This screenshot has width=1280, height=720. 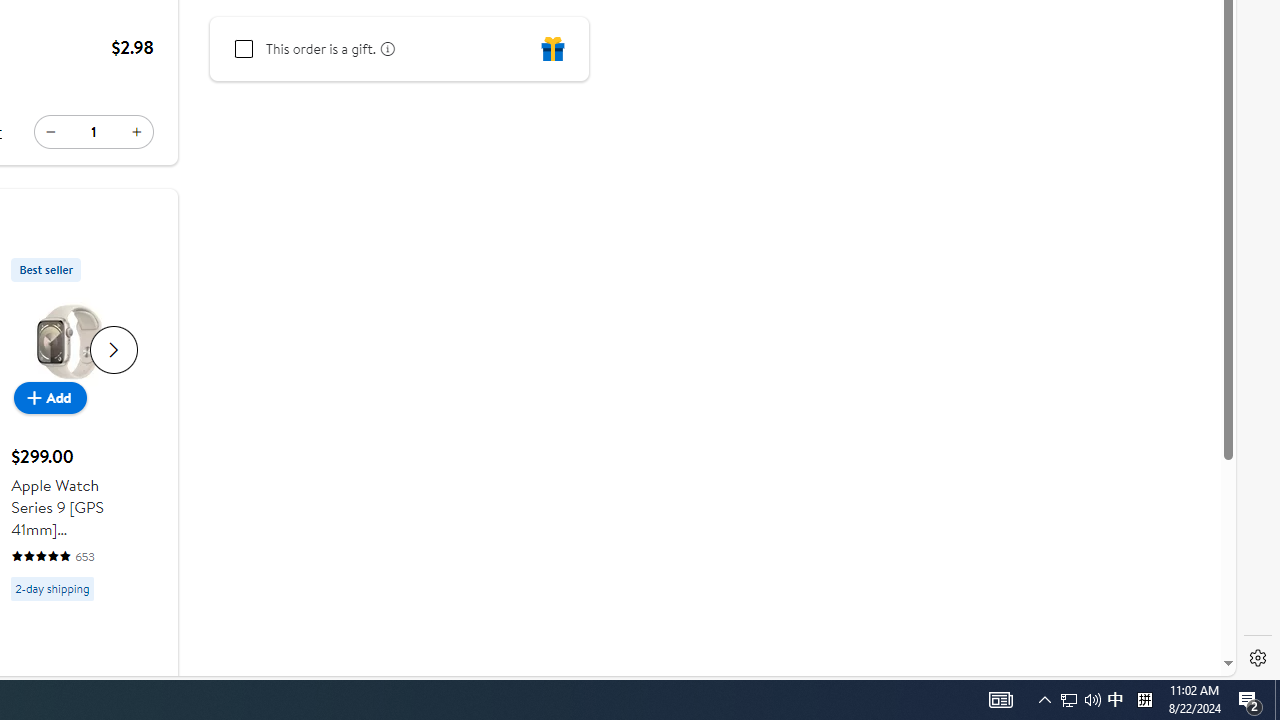 What do you see at coordinates (112, 348) in the screenshot?
I see `'Next slide for horizontalScrollerRecommendations list'` at bounding box center [112, 348].